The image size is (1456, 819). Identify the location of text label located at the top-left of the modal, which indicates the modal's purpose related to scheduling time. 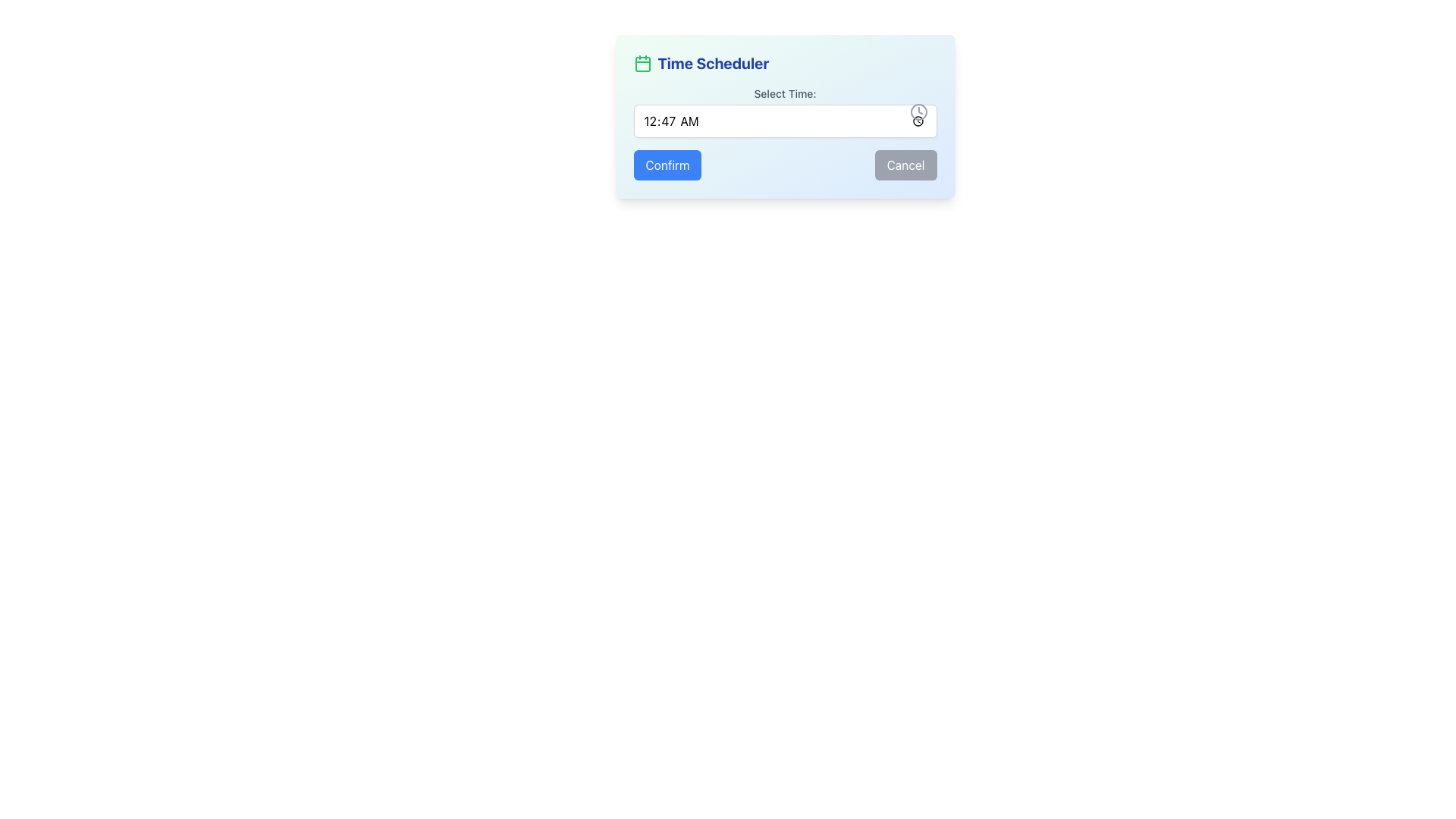
(712, 63).